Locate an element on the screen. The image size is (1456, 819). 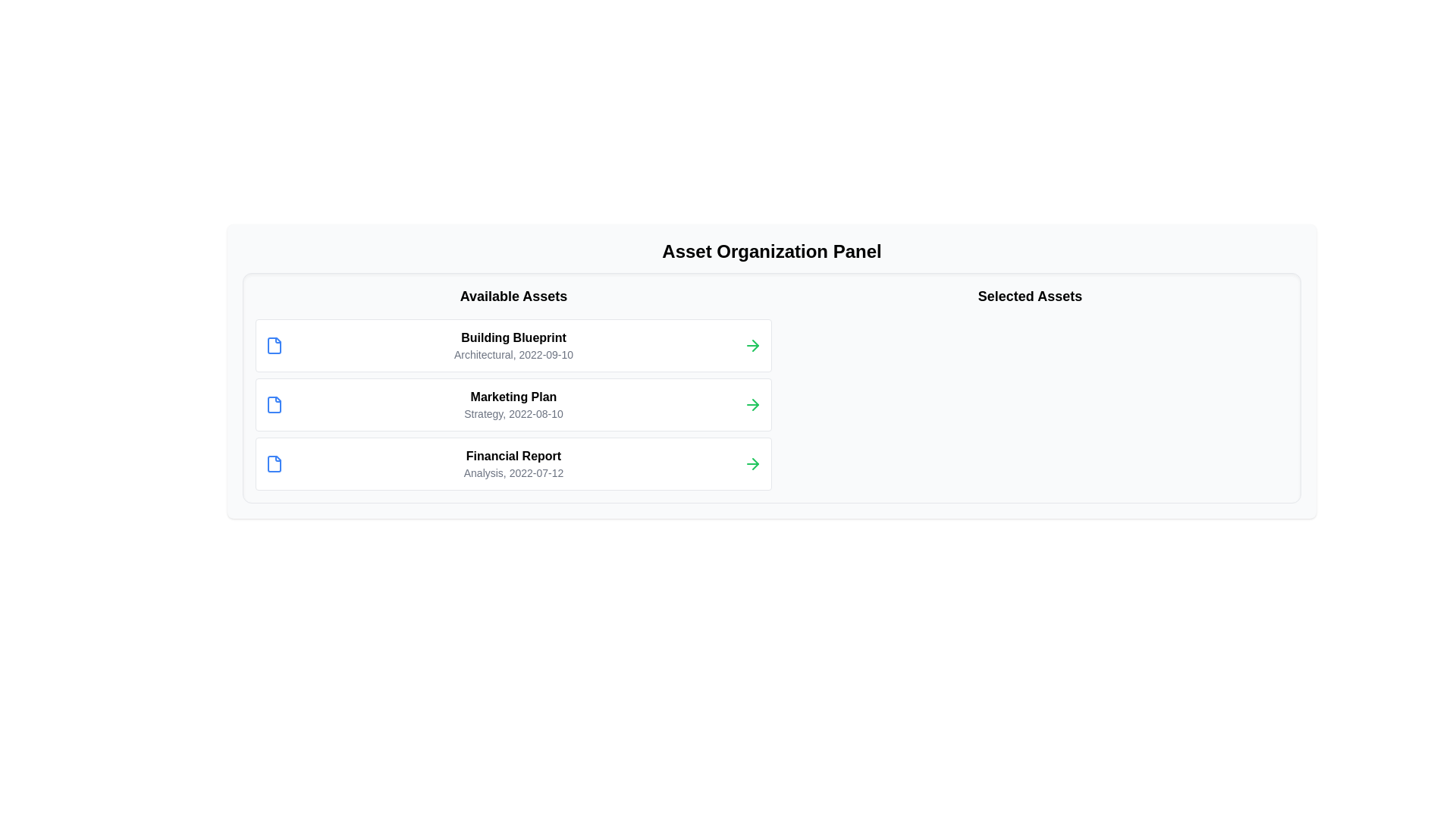
the action/navigation chevron icon next to the 'Marketing Plan' list item in the 'Available Assets' section is located at coordinates (755, 345).